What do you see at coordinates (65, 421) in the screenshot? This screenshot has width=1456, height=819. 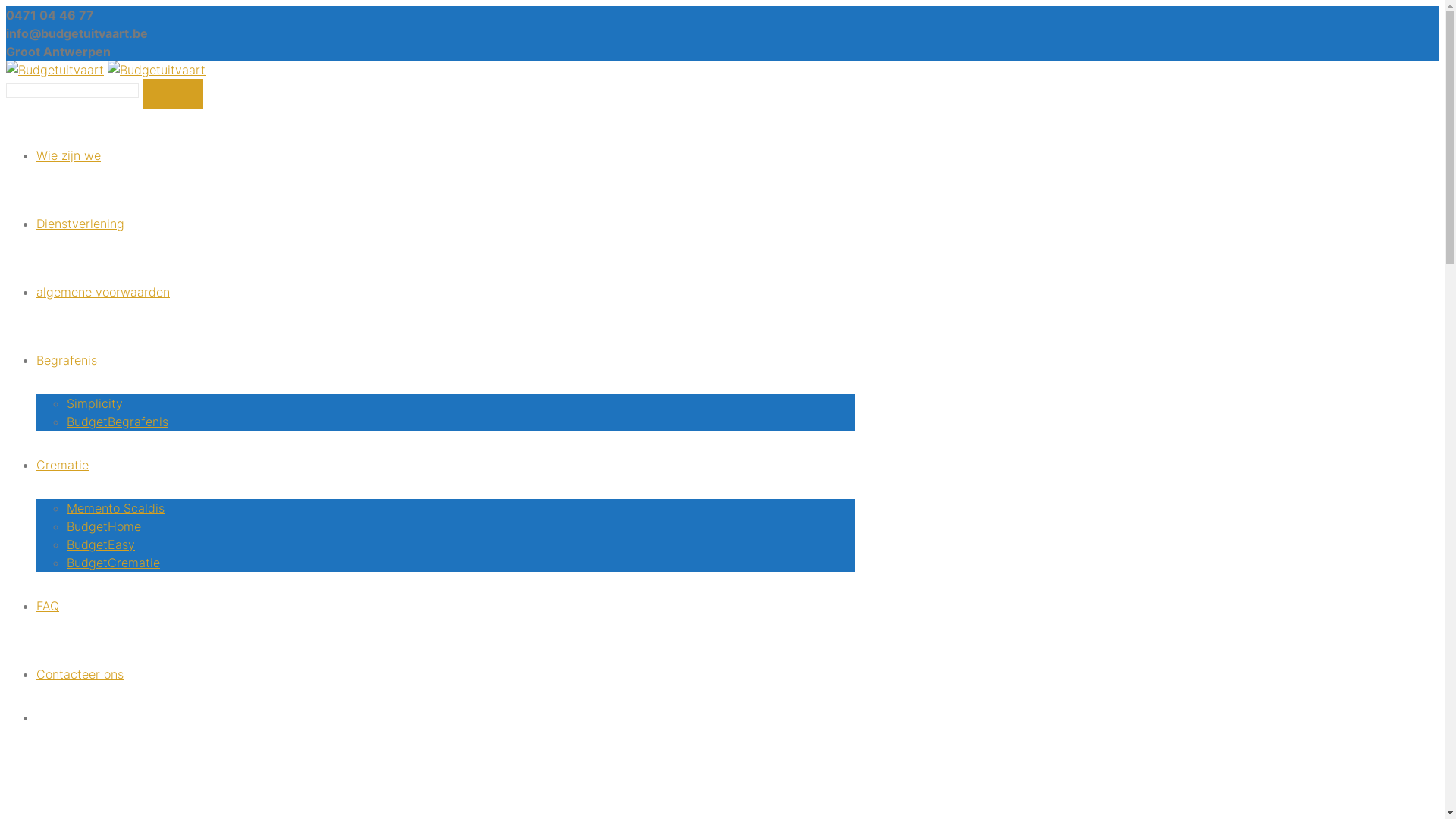 I see `'BudgetBegrafenis'` at bounding box center [65, 421].